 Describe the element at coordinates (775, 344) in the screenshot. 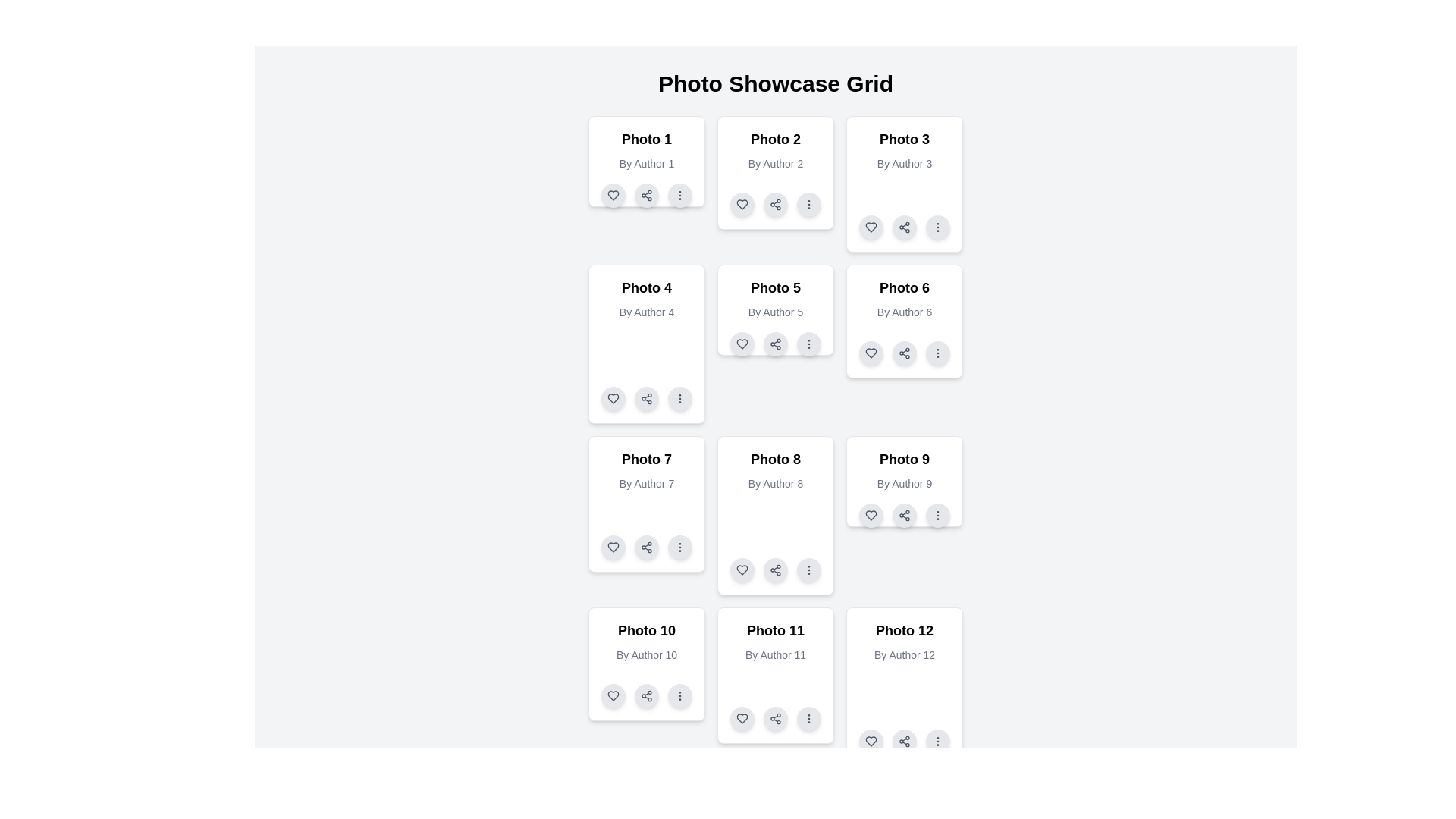

I see `the share icon, which is the second circular icon in the row located at the bottom-right corner of the card titled 'Photo 5'` at that location.